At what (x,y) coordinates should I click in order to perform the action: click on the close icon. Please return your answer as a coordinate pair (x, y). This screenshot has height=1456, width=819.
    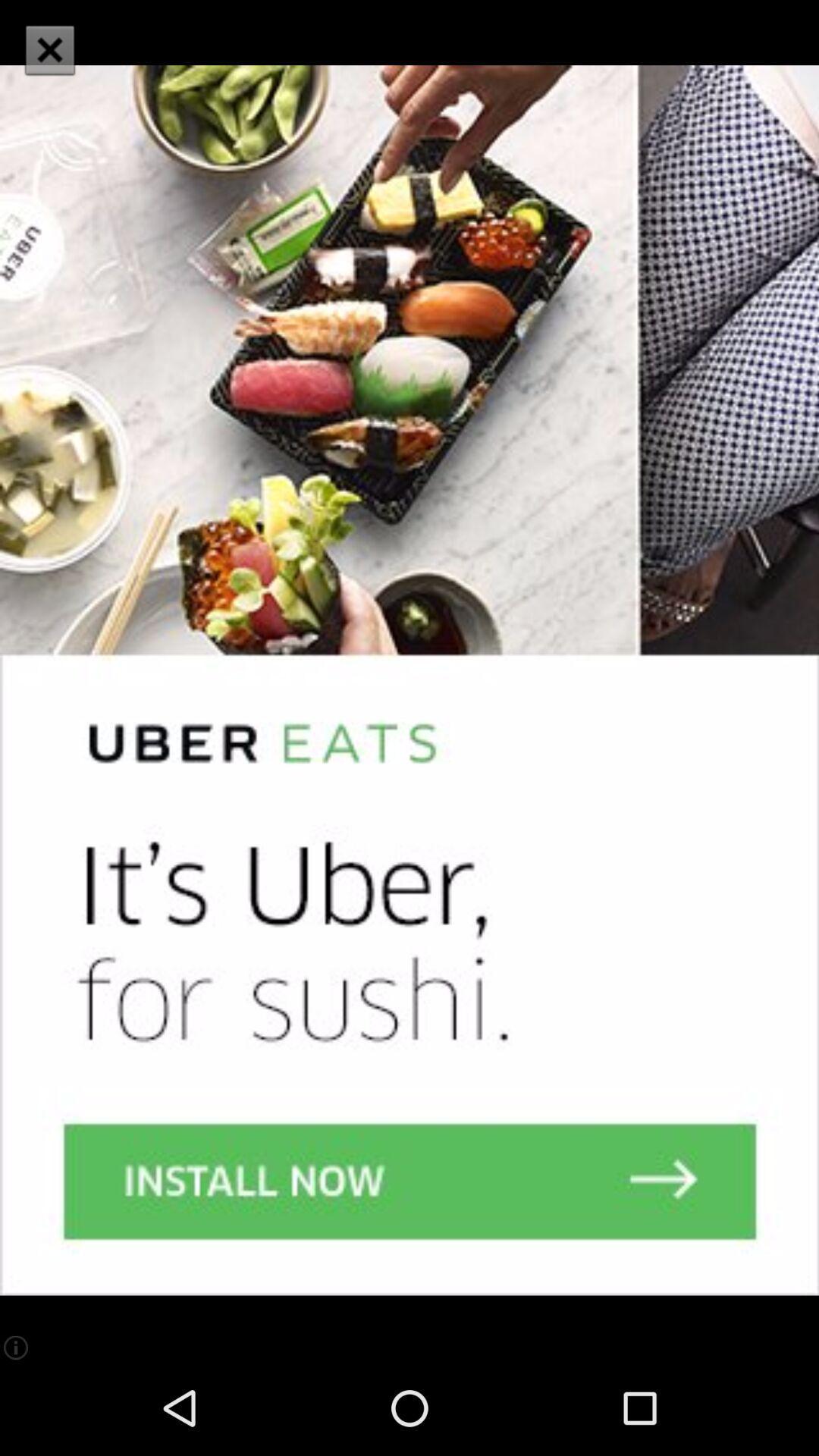
    Looking at the image, I should click on (49, 53).